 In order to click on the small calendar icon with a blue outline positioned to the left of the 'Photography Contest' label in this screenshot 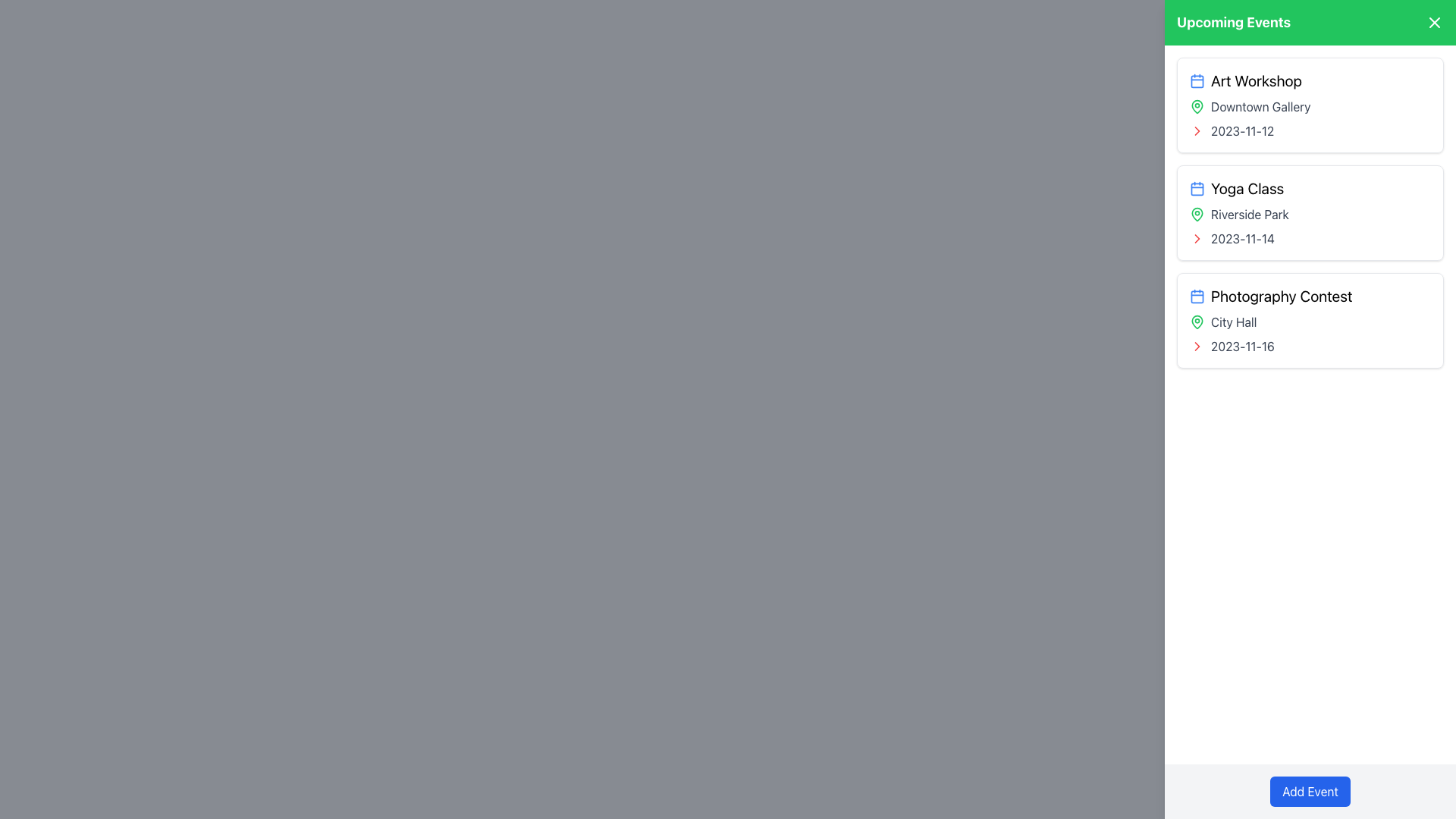, I will do `click(1197, 296)`.